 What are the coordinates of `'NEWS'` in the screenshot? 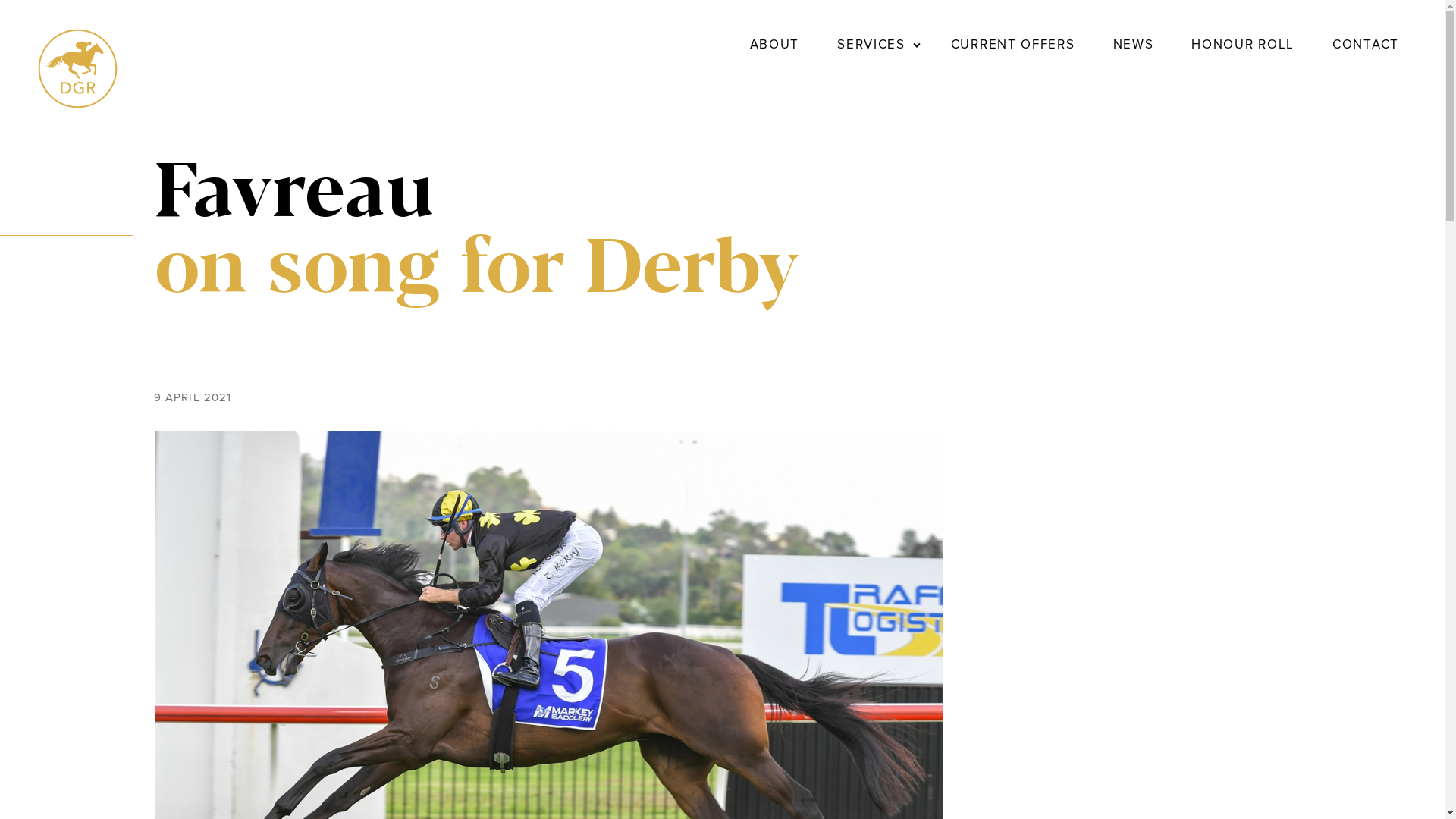 It's located at (1106, 43).